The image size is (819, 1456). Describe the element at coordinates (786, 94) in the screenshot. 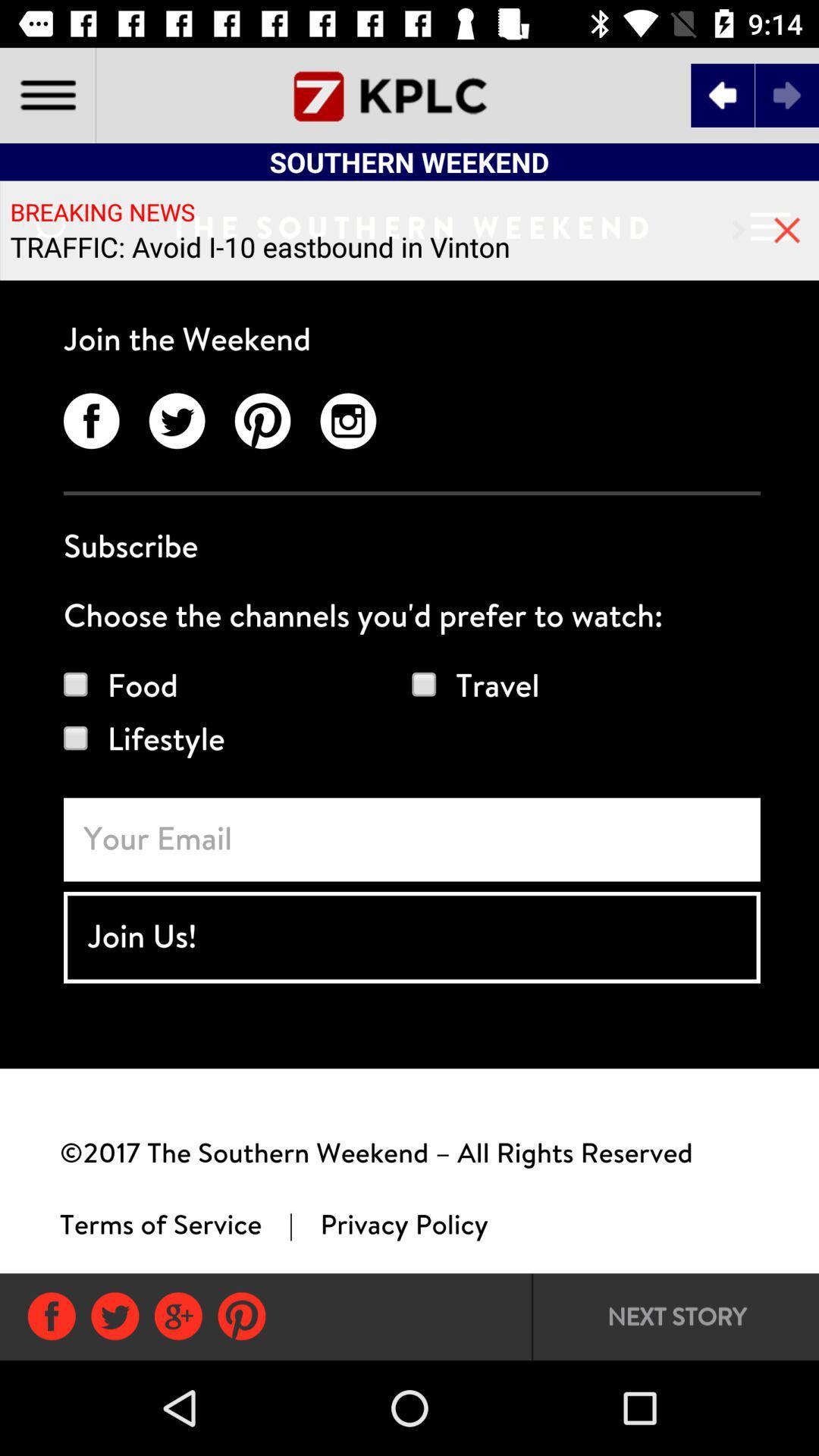

I see `the arrow_forward icon` at that location.